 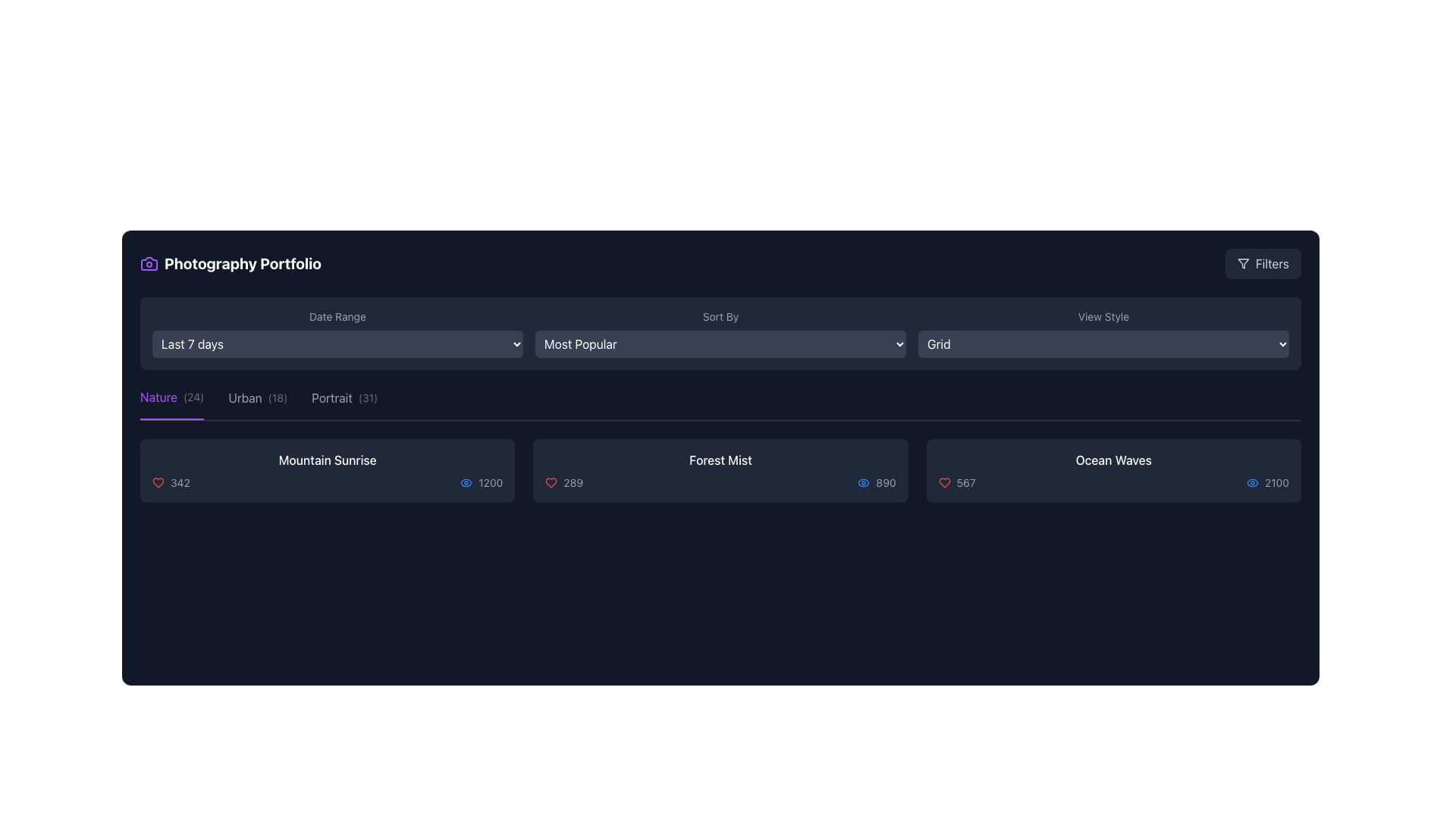 I want to click on the static text label reading 'Date Range', which is styled in a small gray font on a dark background, positioned under the header 'Photography Portfolio', so click(x=337, y=315).